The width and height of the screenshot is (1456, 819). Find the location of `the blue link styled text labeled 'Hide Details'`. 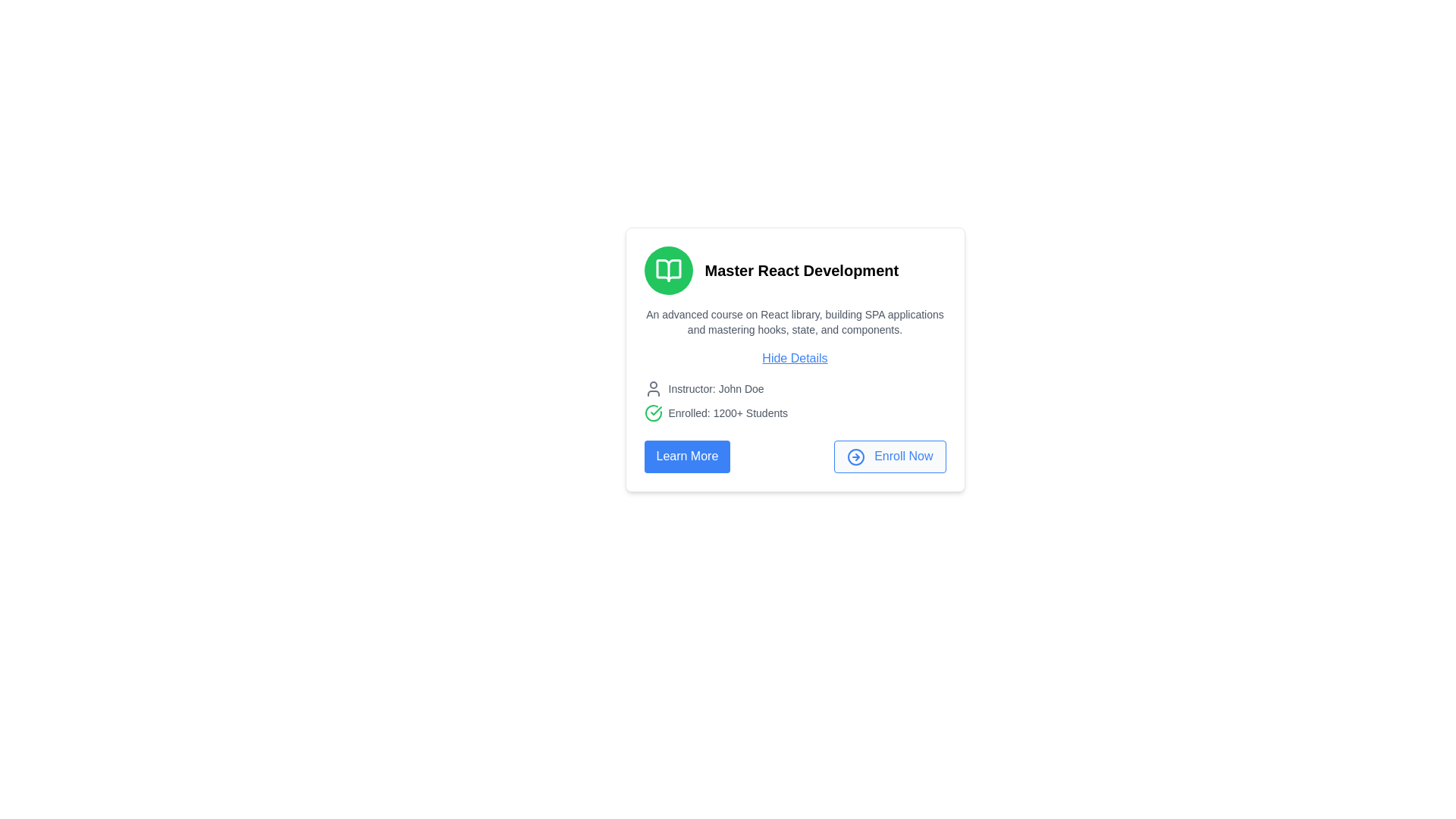

the blue link styled text labeled 'Hide Details' is located at coordinates (794, 359).